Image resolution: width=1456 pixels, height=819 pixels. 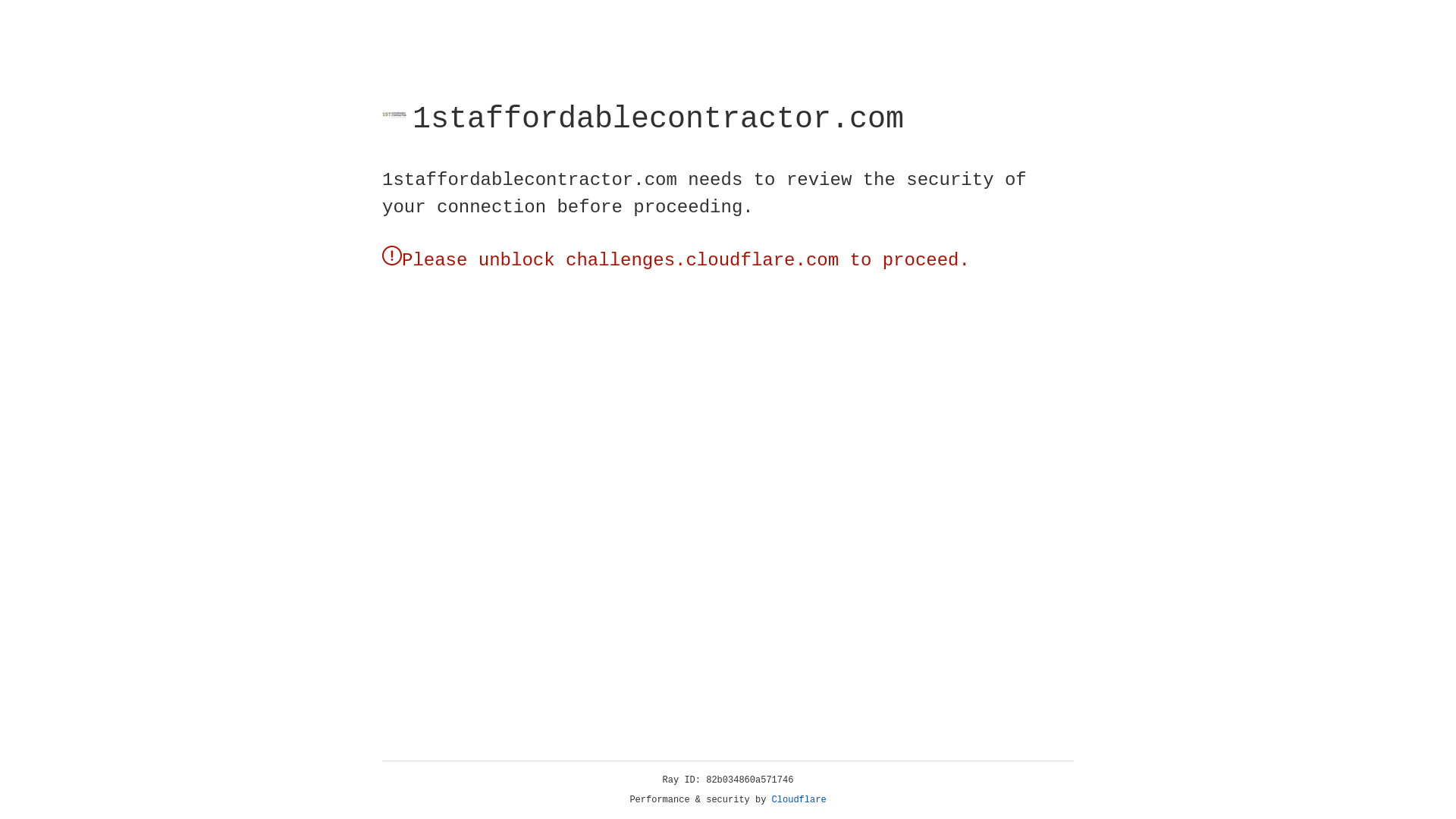 What do you see at coordinates (799, 799) in the screenshot?
I see `'Cloudflare'` at bounding box center [799, 799].